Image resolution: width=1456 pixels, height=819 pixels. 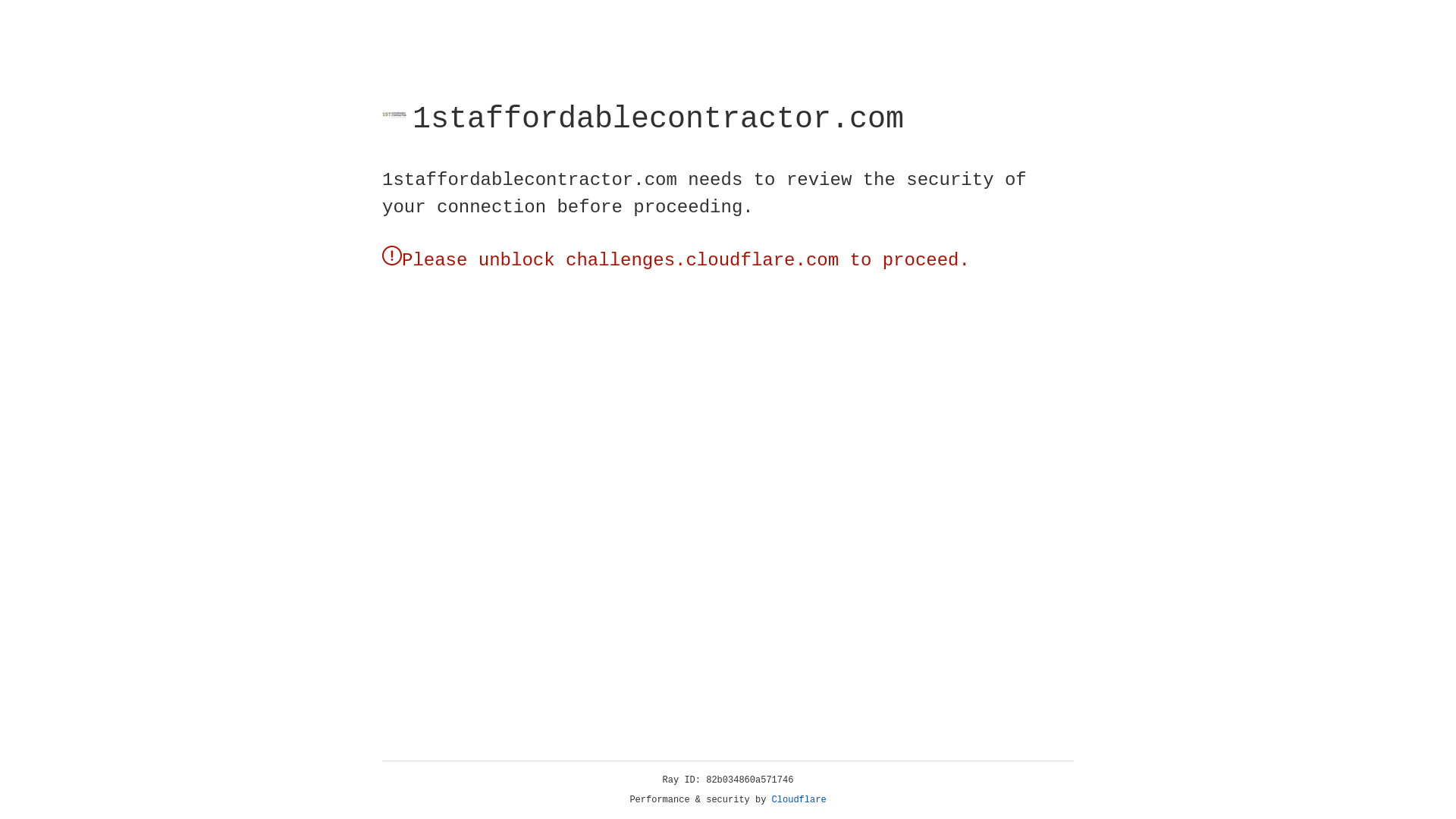 What do you see at coordinates (799, 799) in the screenshot?
I see `'Cloudflare'` at bounding box center [799, 799].